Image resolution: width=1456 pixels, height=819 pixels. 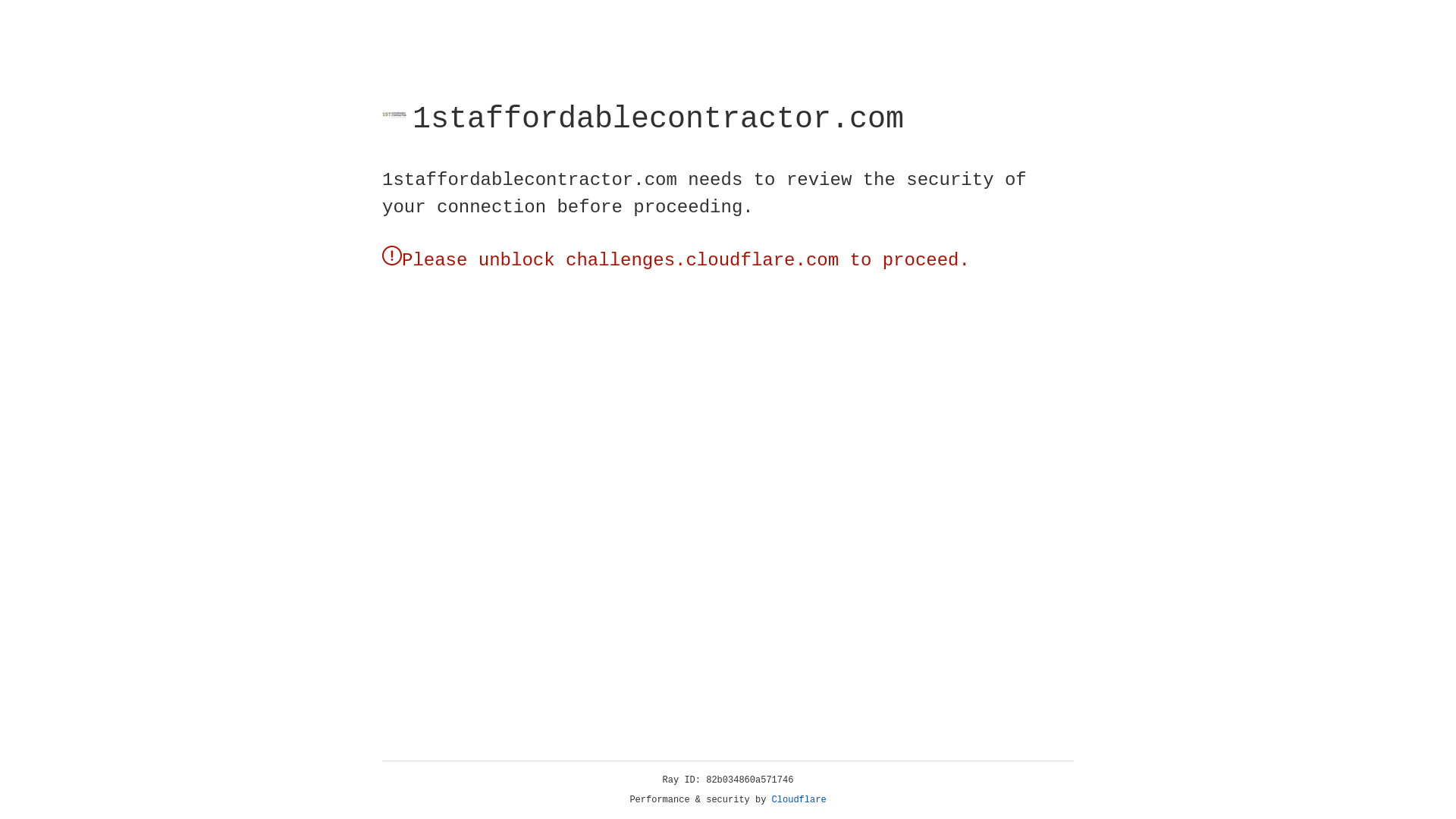 What do you see at coordinates (799, 799) in the screenshot?
I see `'Cloudflare'` at bounding box center [799, 799].